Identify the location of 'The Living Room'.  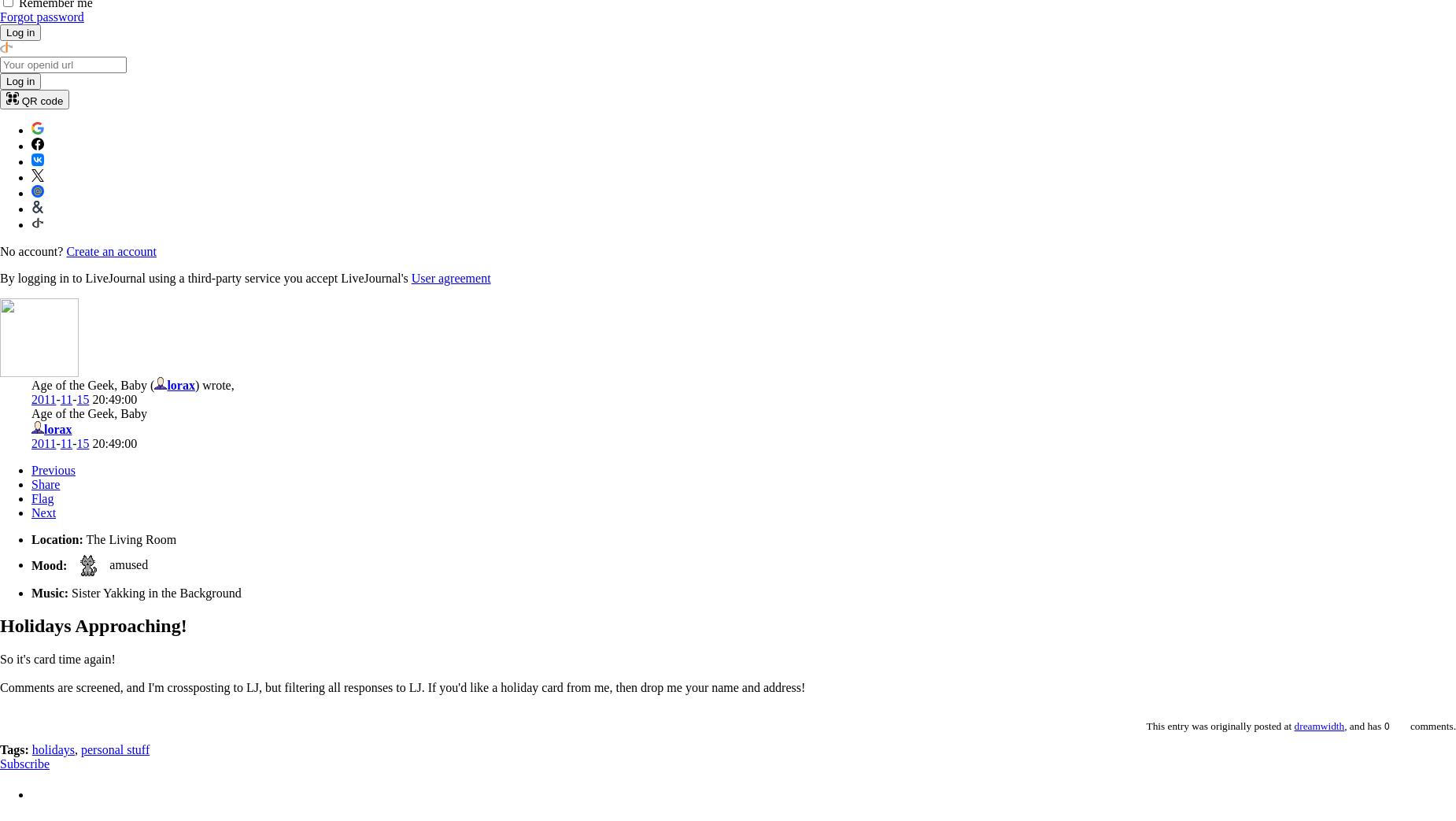
(84, 538).